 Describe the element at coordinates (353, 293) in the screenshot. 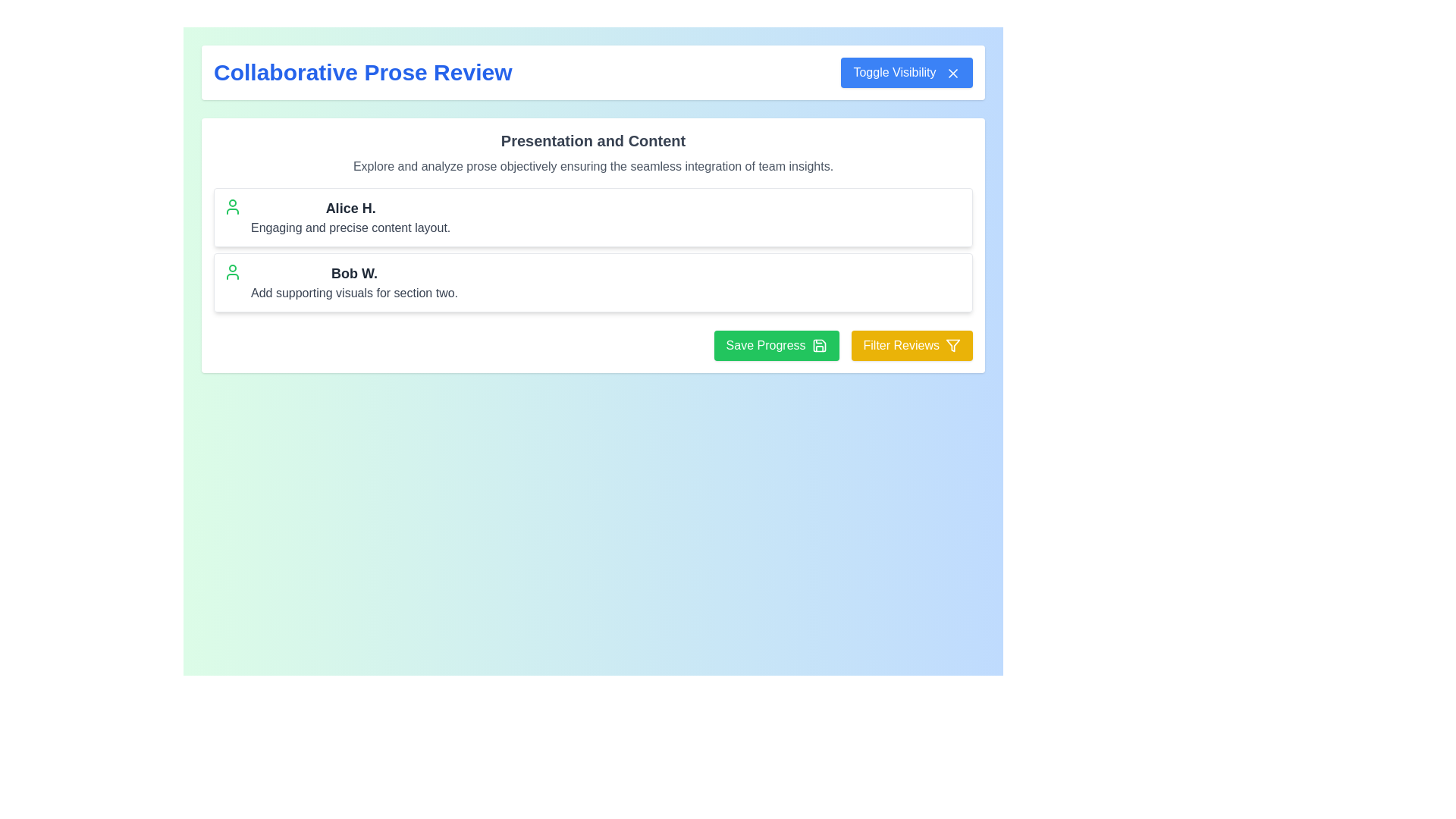

I see `the text label element displaying 'Add supporting visuals for section two.' which is styled in muted gray and positioned below the bold 'Bob W.' label` at that location.